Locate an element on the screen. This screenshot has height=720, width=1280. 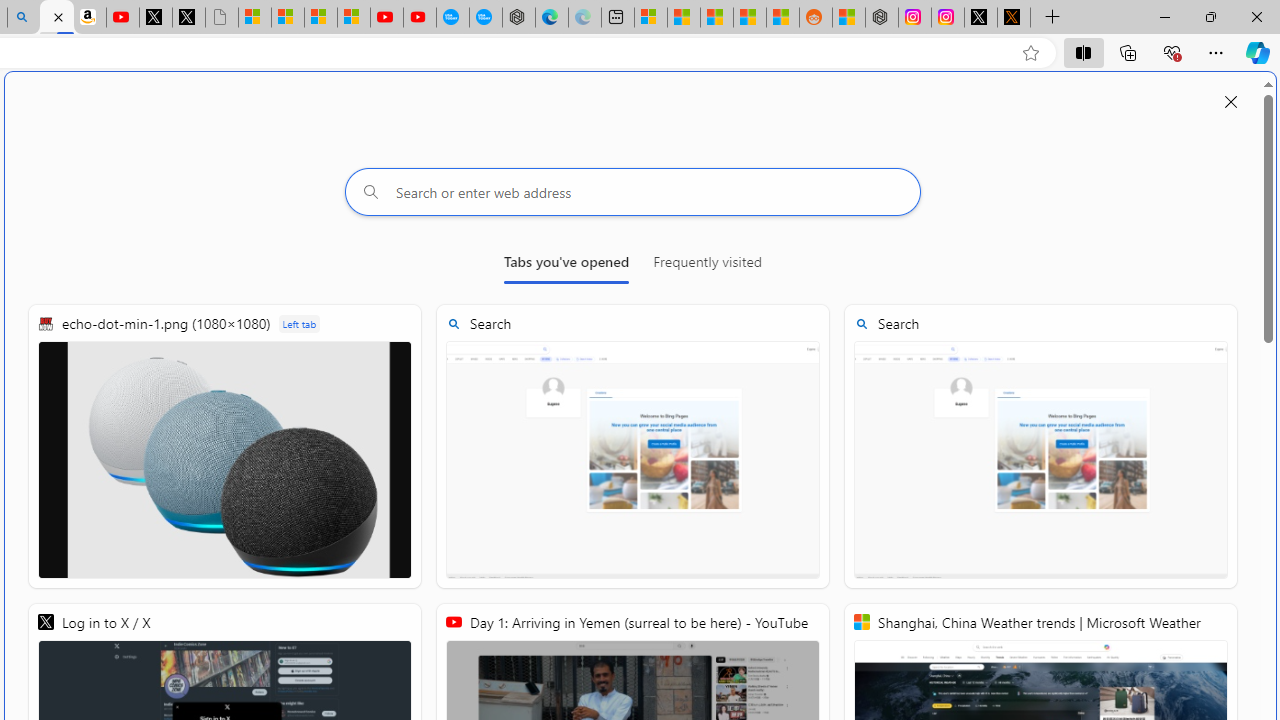
'Restore' is located at coordinates (1209, 16).